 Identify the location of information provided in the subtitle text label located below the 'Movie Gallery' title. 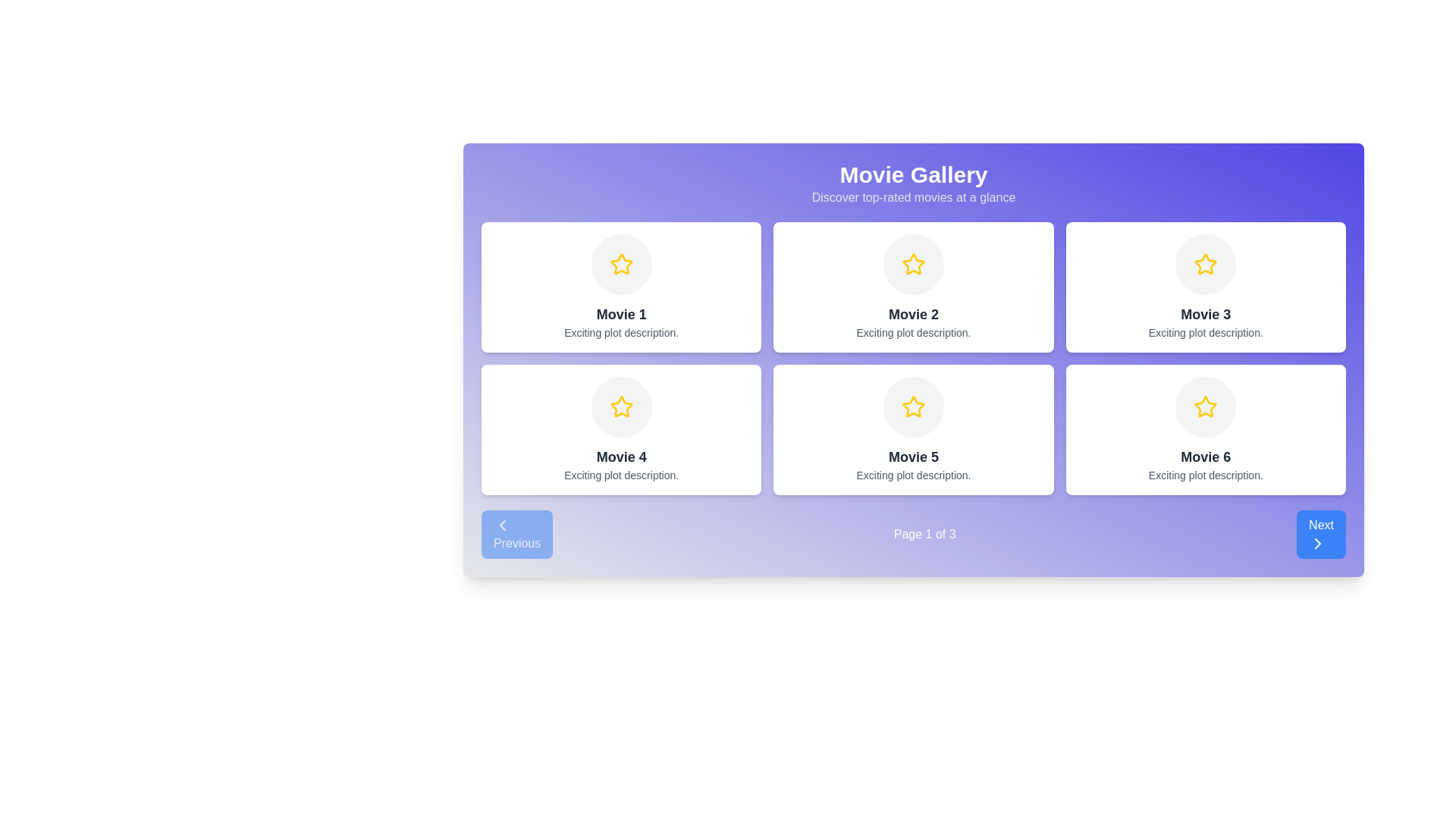
(912, 197).